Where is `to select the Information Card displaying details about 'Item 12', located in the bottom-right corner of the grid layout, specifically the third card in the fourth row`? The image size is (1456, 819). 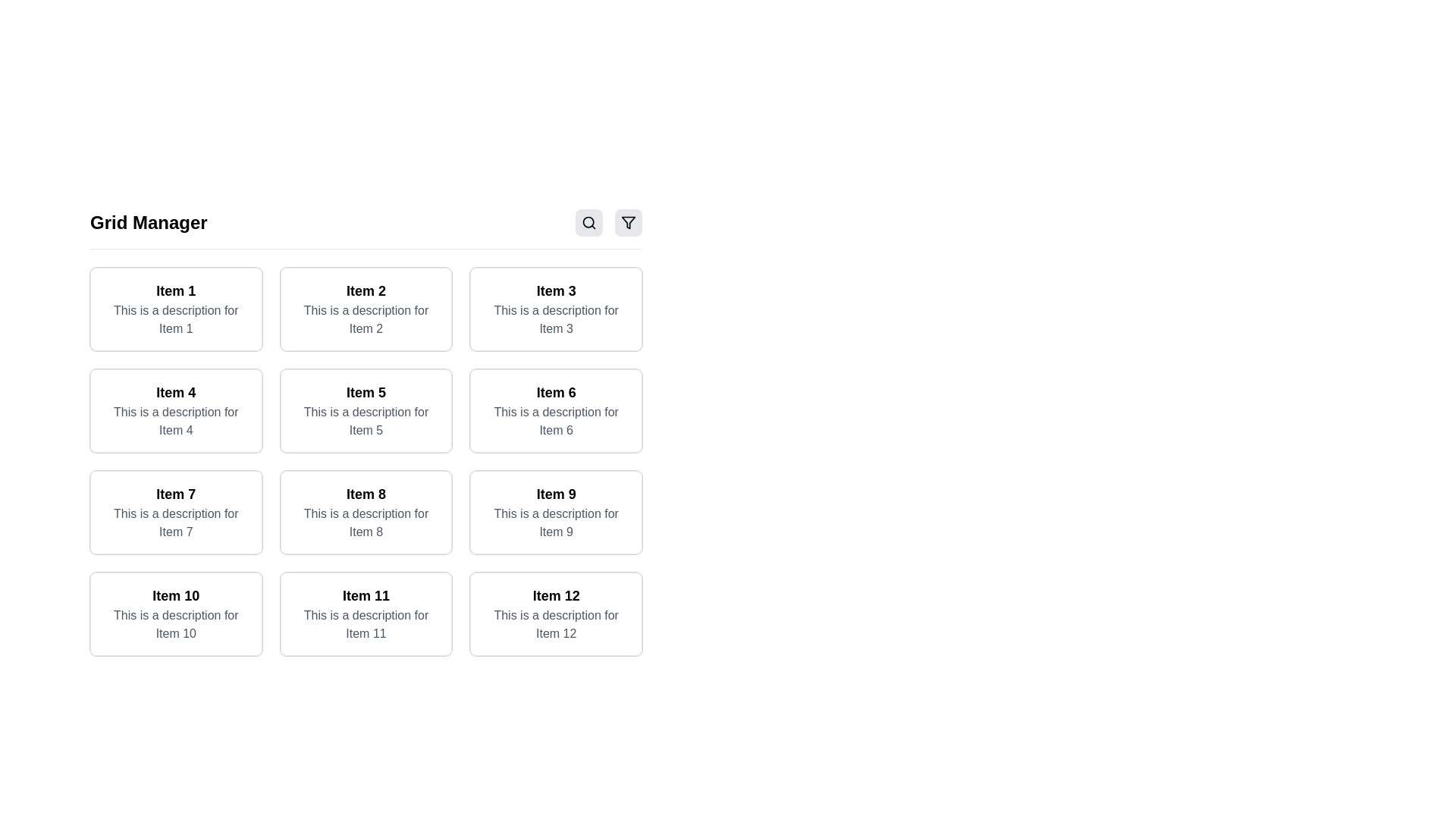
to select the Information Card displaying details about 'Item 12', located in the bottom-right corner of the grid layout, specifically the third card in the fourth row is located at coordinates (555, 614).